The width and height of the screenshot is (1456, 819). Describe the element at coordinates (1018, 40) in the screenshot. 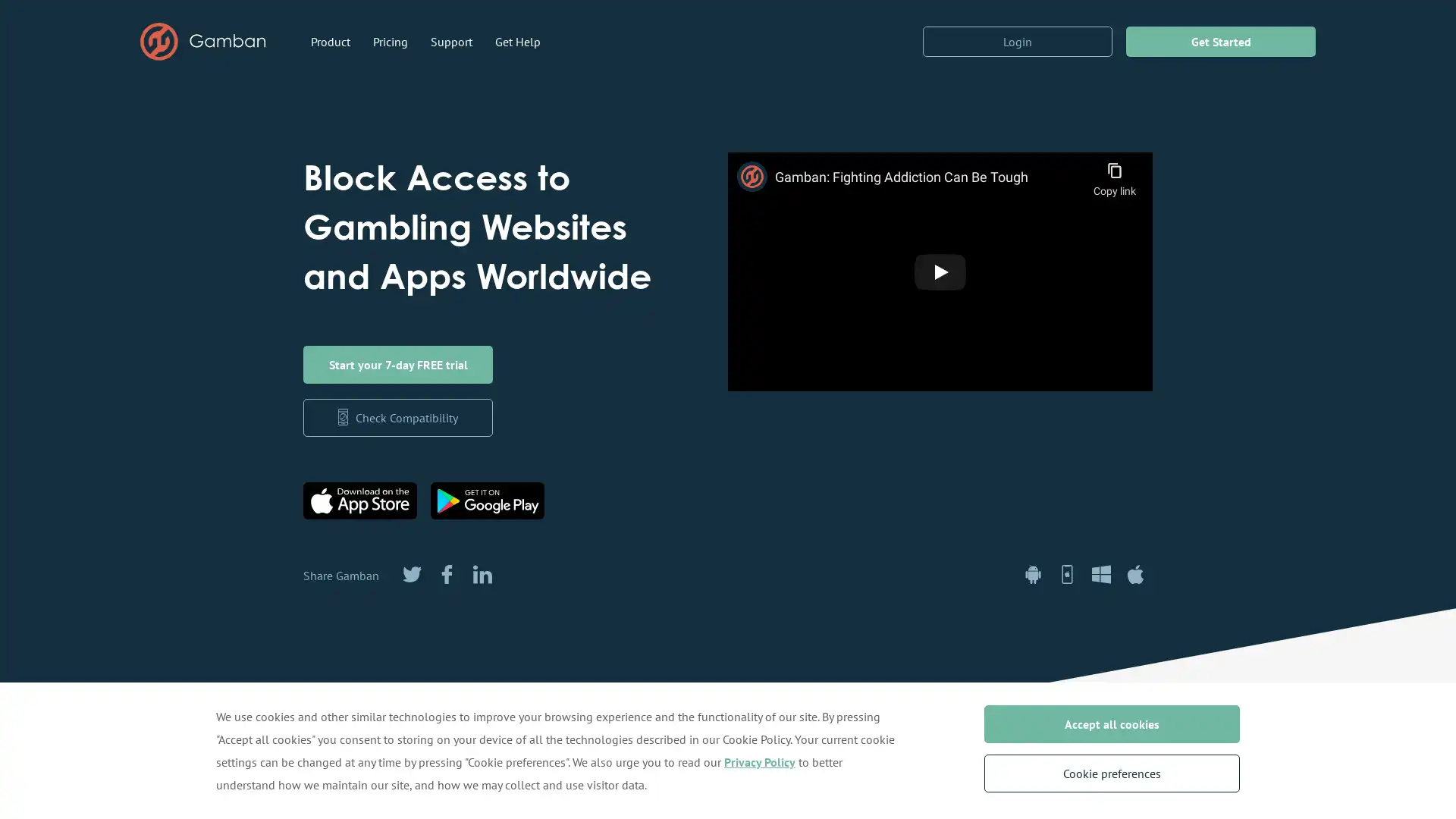

I see `Login` at that location.